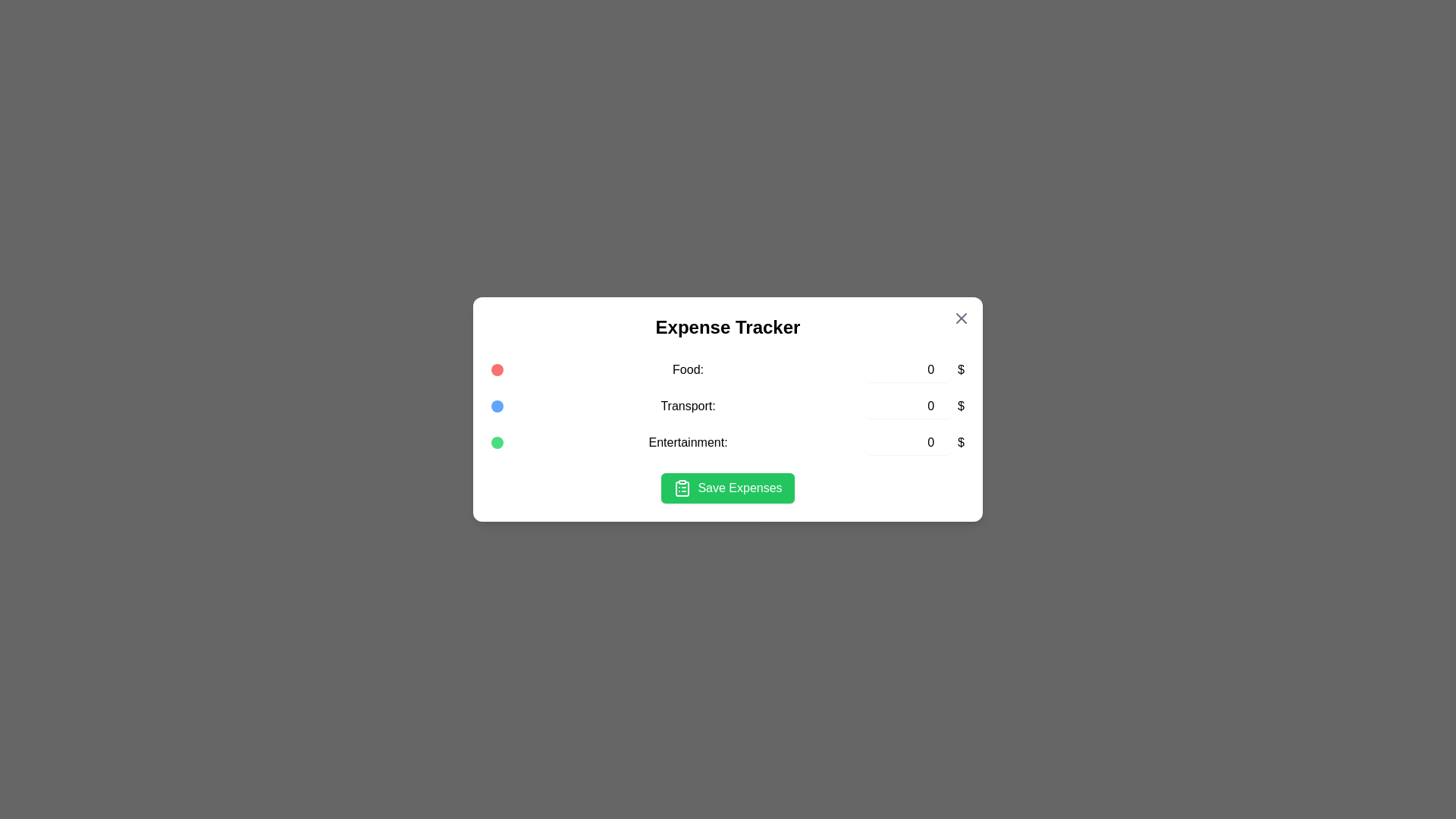 Image resolution: width=1456 pixels, height=819 pixels. I want to click on the expense amount for the 'Food' category to 5332, so click(909, 370).